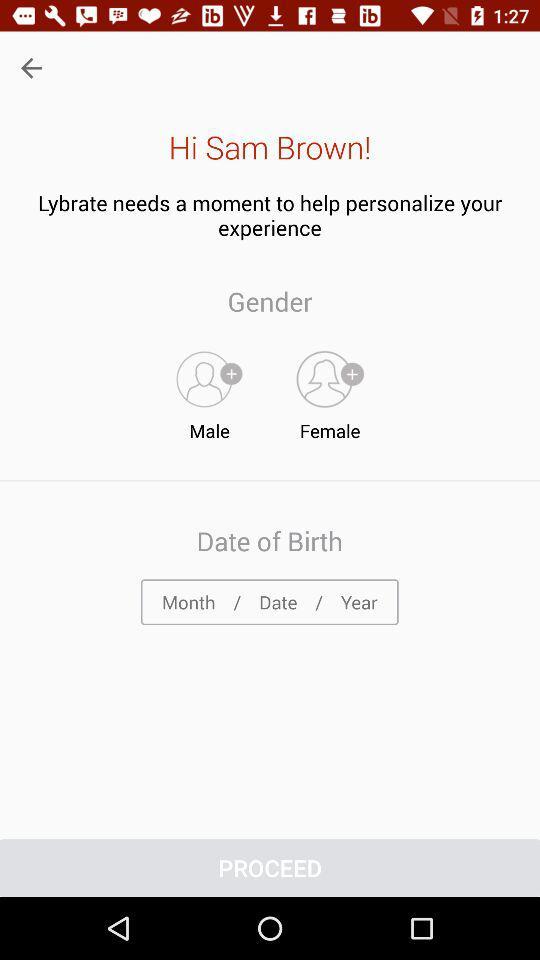 This screenshot has width=540, height=960. I want to click on item to the right of the male, so click(330, 390).